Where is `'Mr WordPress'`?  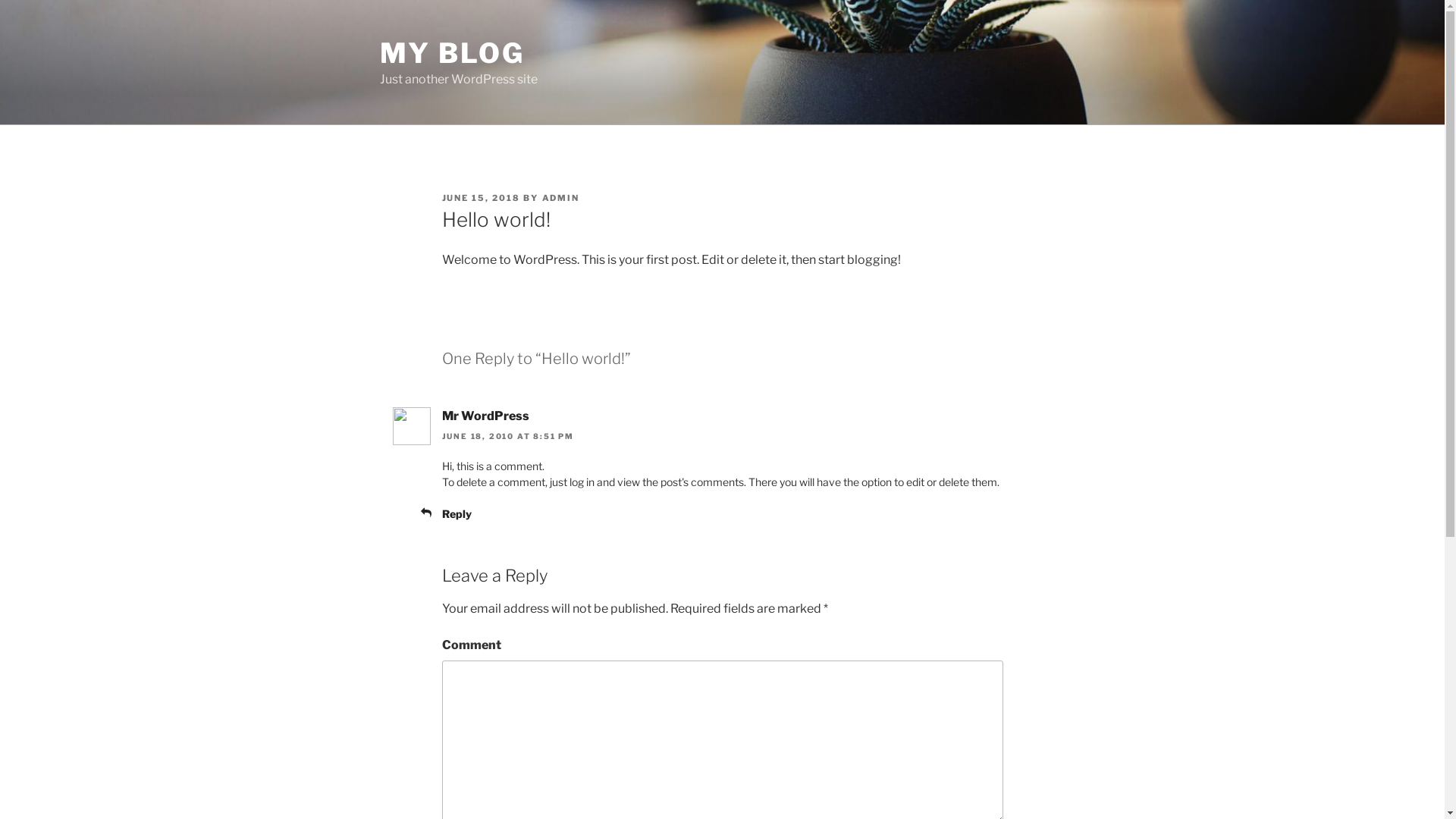 'Mr WordPress' is located at coordinates (484, 416).